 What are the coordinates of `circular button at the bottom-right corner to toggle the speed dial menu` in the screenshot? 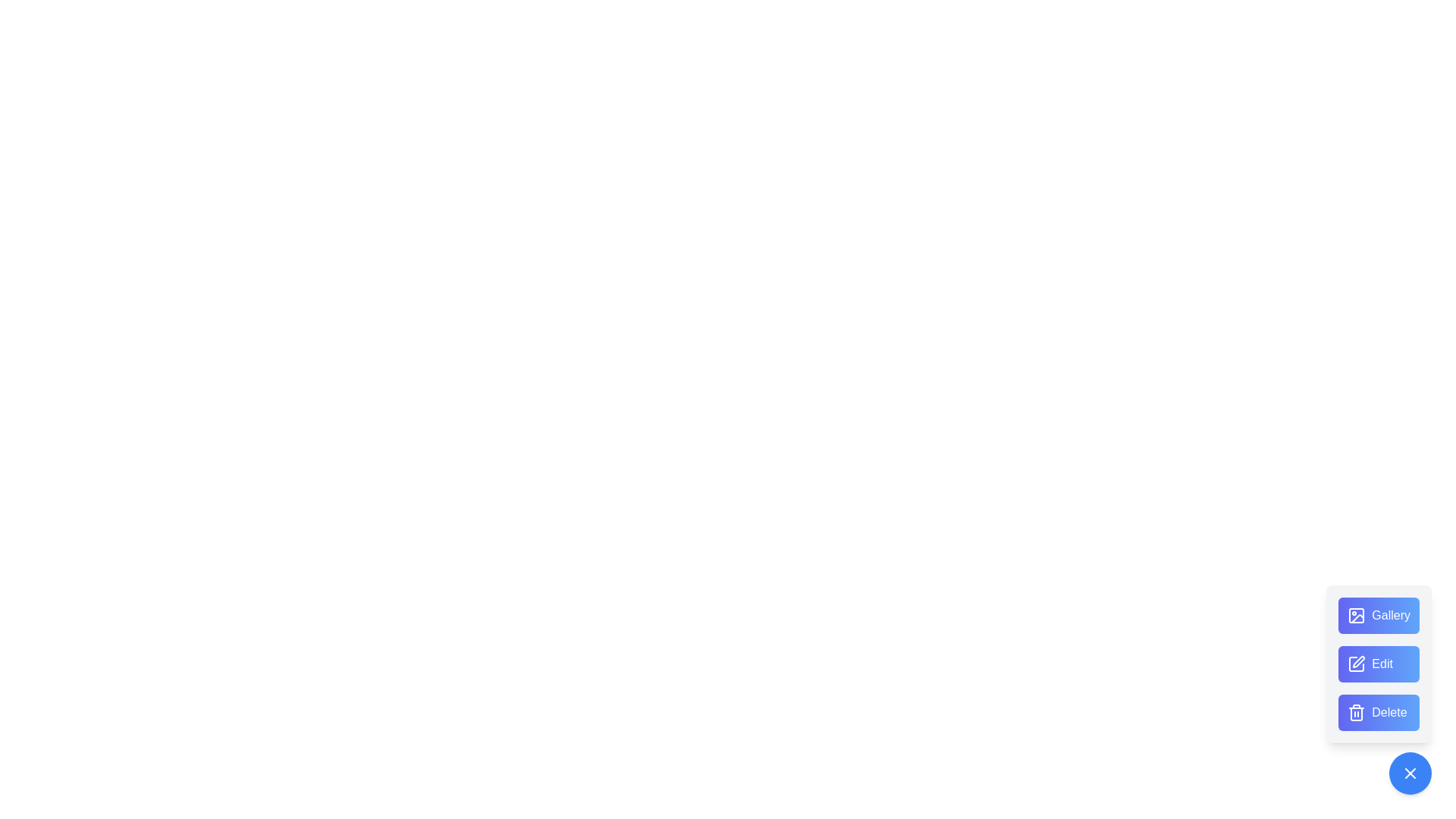 It's located at (1410, 773).